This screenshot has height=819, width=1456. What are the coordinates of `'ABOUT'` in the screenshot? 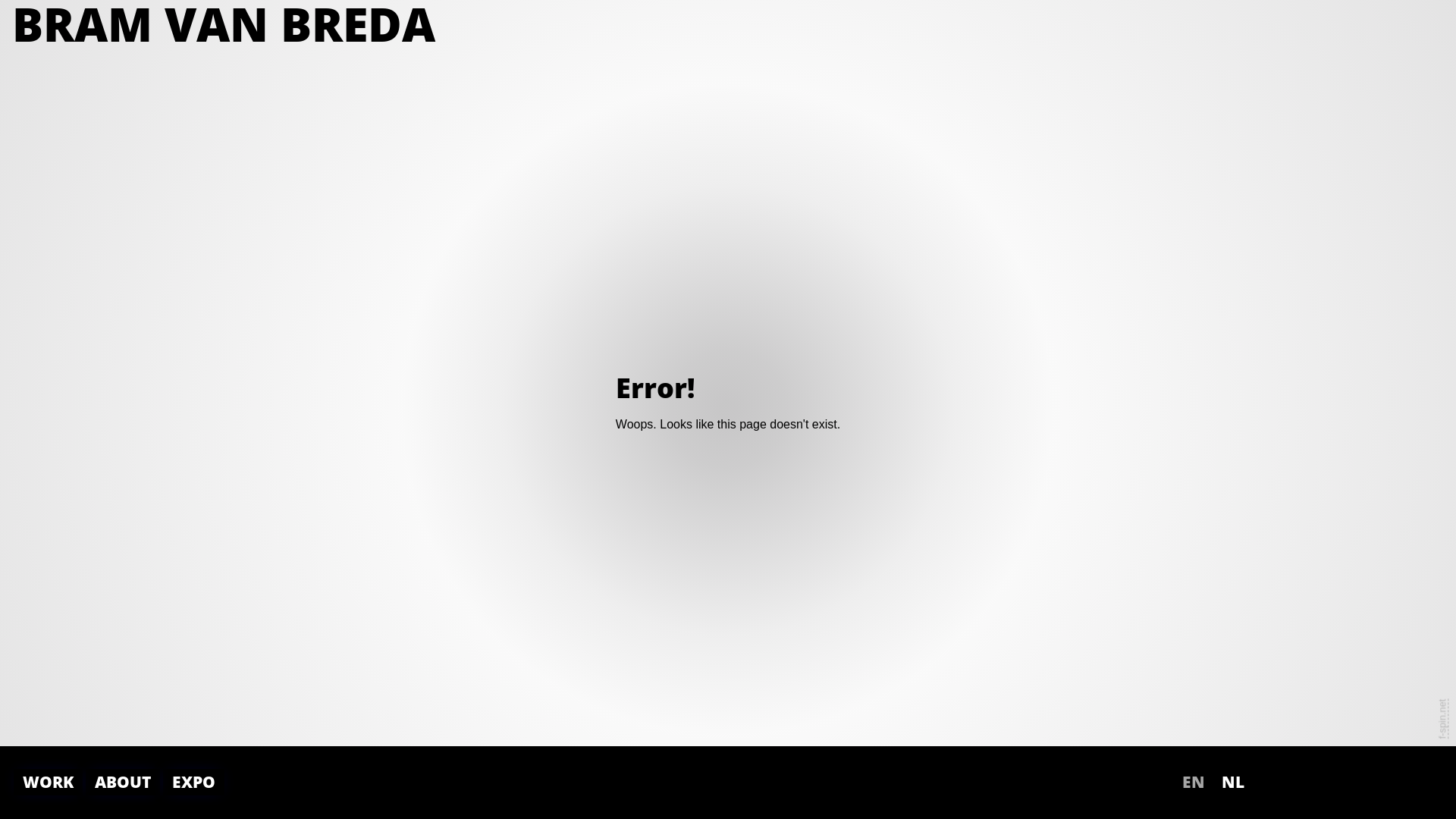 It's located at (123, 782).